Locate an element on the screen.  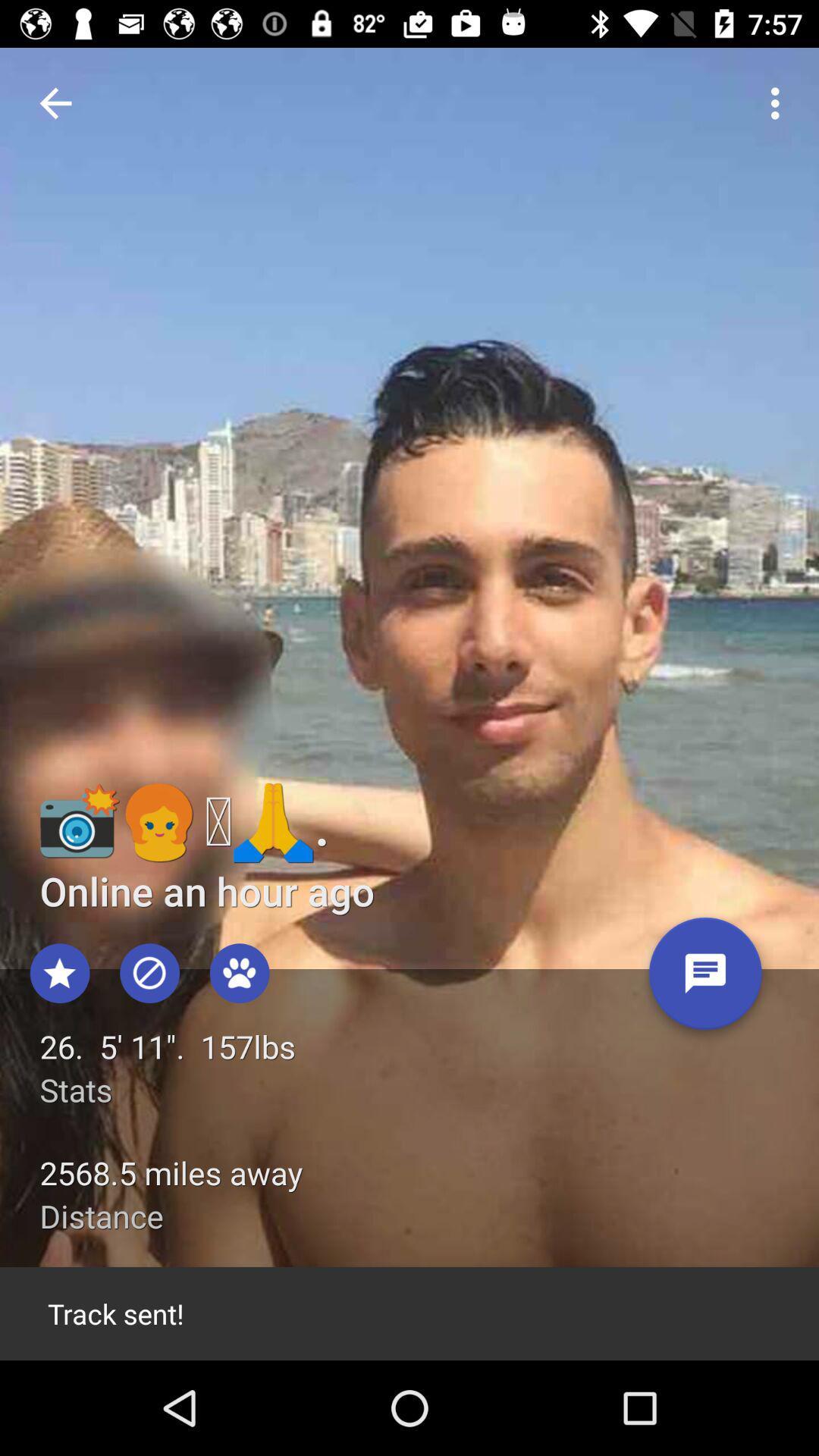
item next to 26 5 11 item is located at coordinates (705, 979).